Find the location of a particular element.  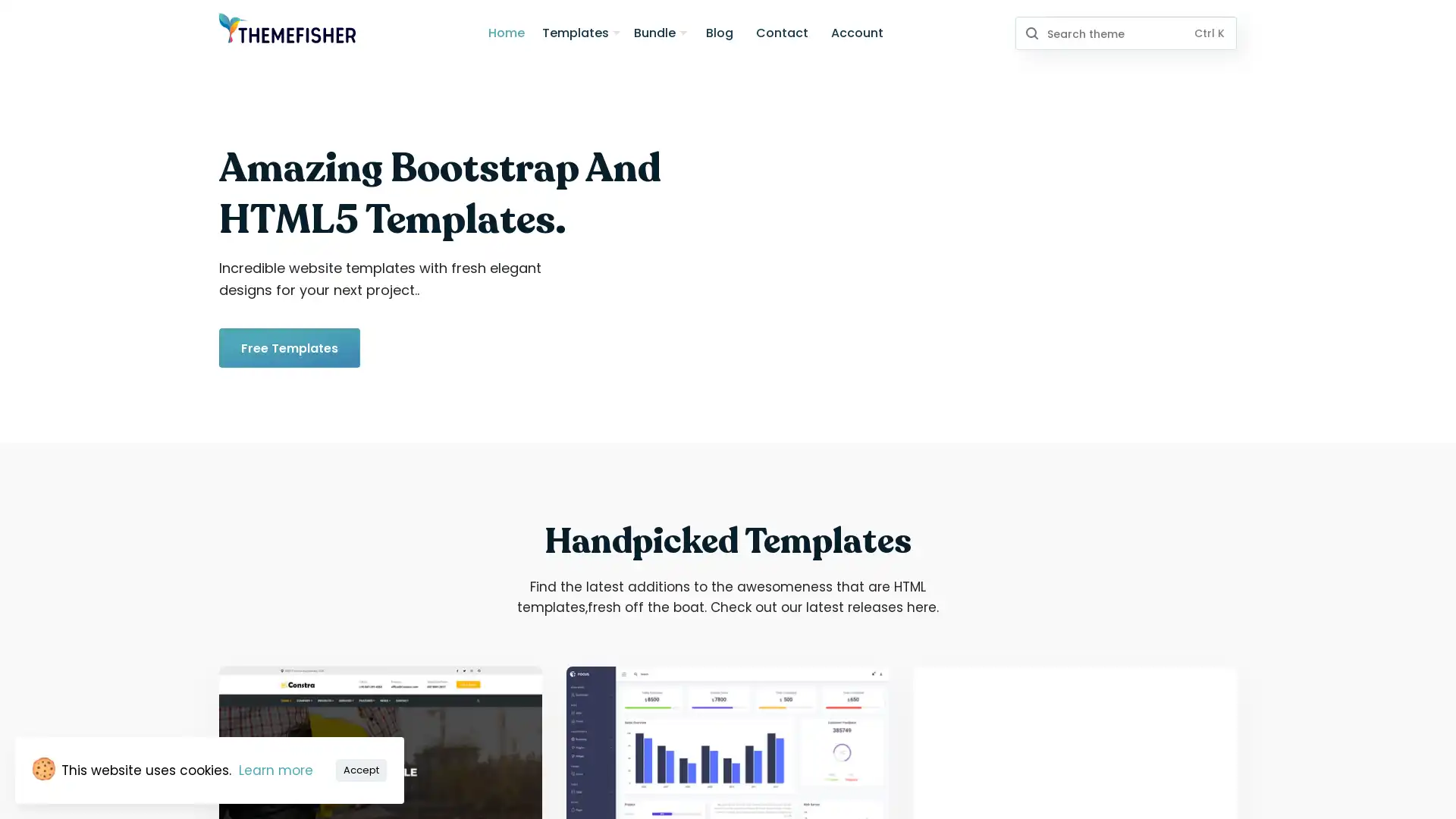

Accept cookies is located at coordinates (360, 769).